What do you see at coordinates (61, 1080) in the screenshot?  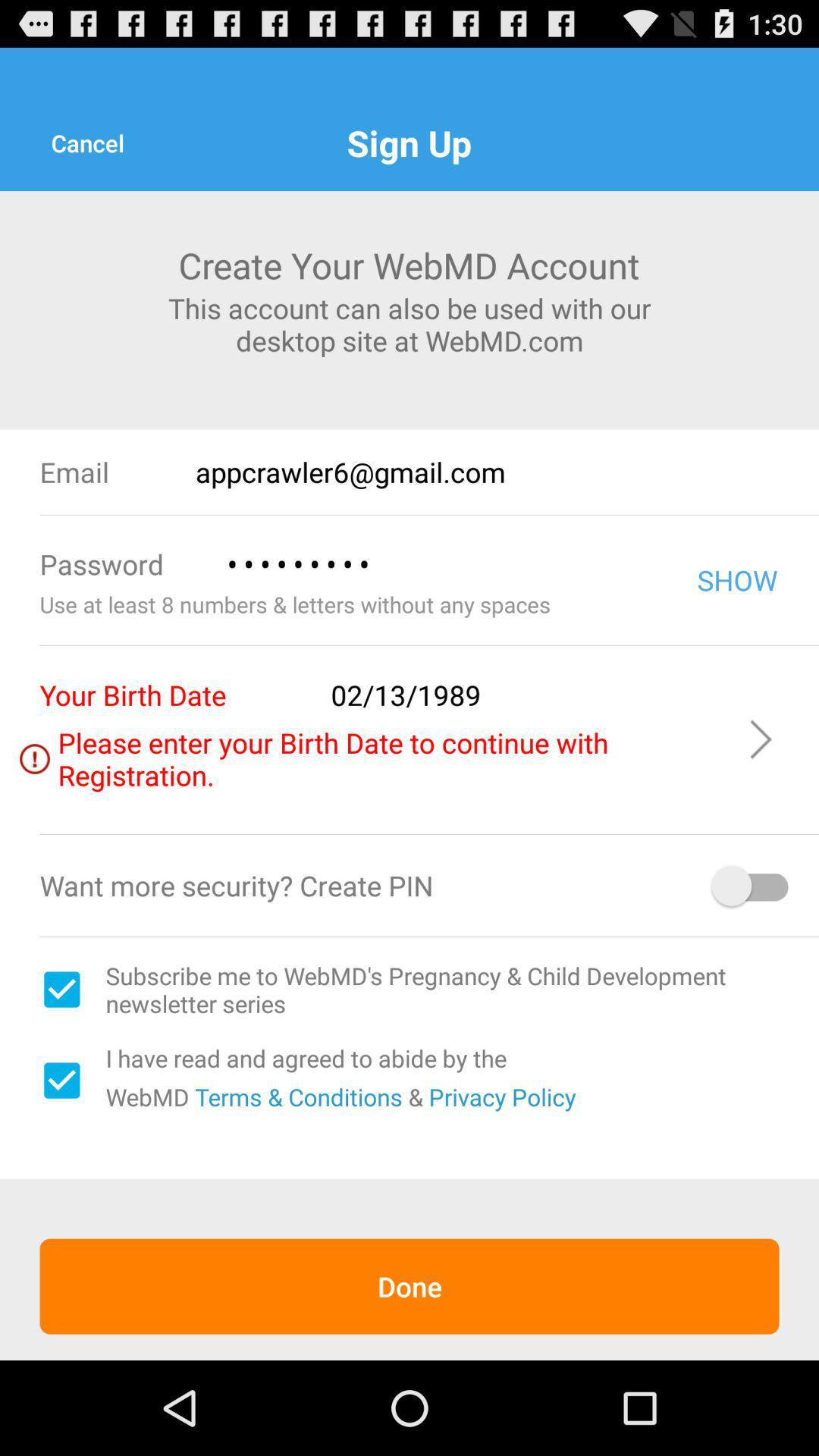 I see `item next to i have read item` at bounding box center [61, 1080].